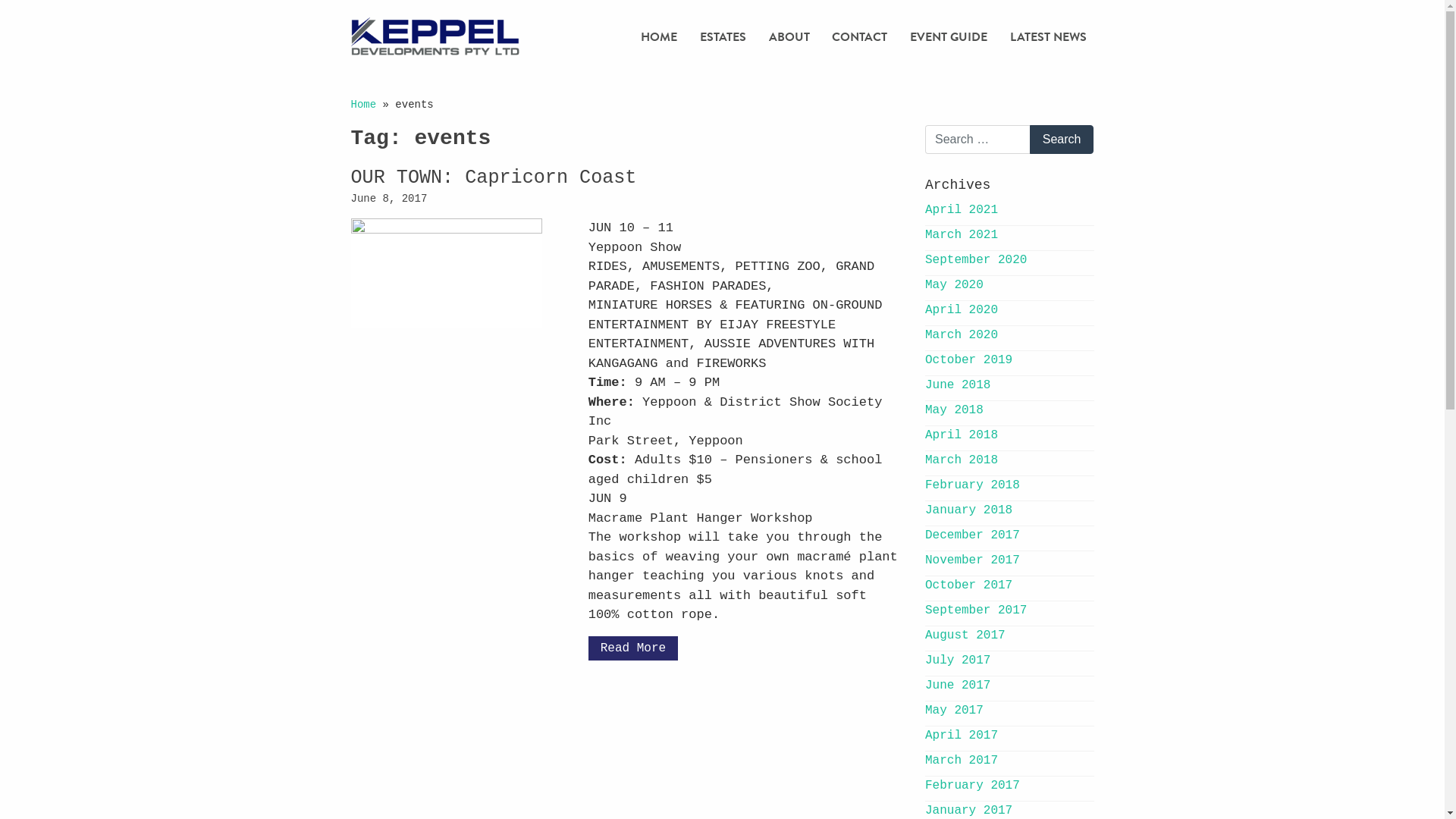 The image size is (1456, 819). Describe the element at coordinates (1047, 36) in the screenshot. I see `'LATEST NEWS'` at that location.